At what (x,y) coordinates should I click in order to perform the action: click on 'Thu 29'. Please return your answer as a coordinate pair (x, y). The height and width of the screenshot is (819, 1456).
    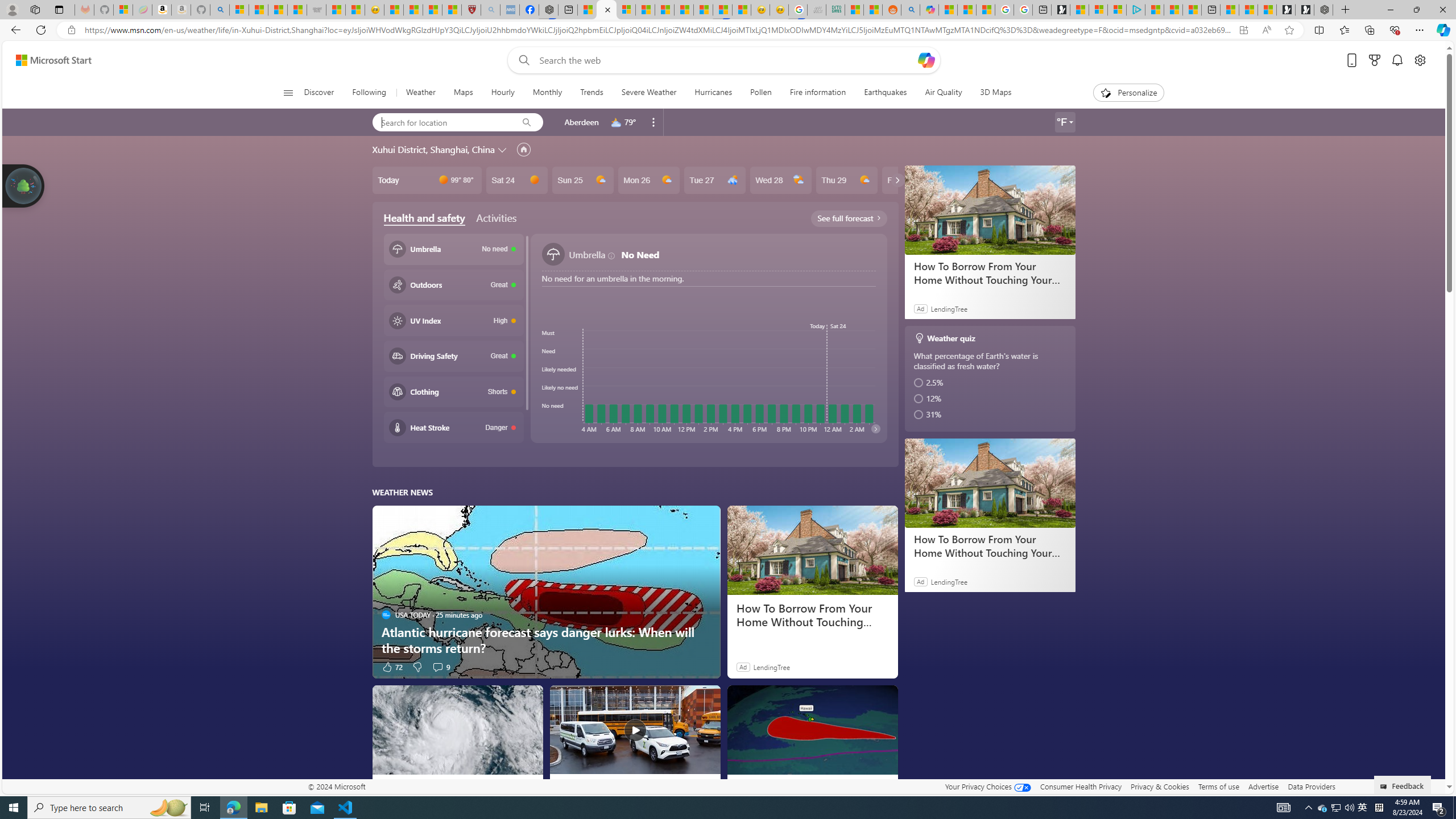
    Looking at the image, I should click on (846, 179).